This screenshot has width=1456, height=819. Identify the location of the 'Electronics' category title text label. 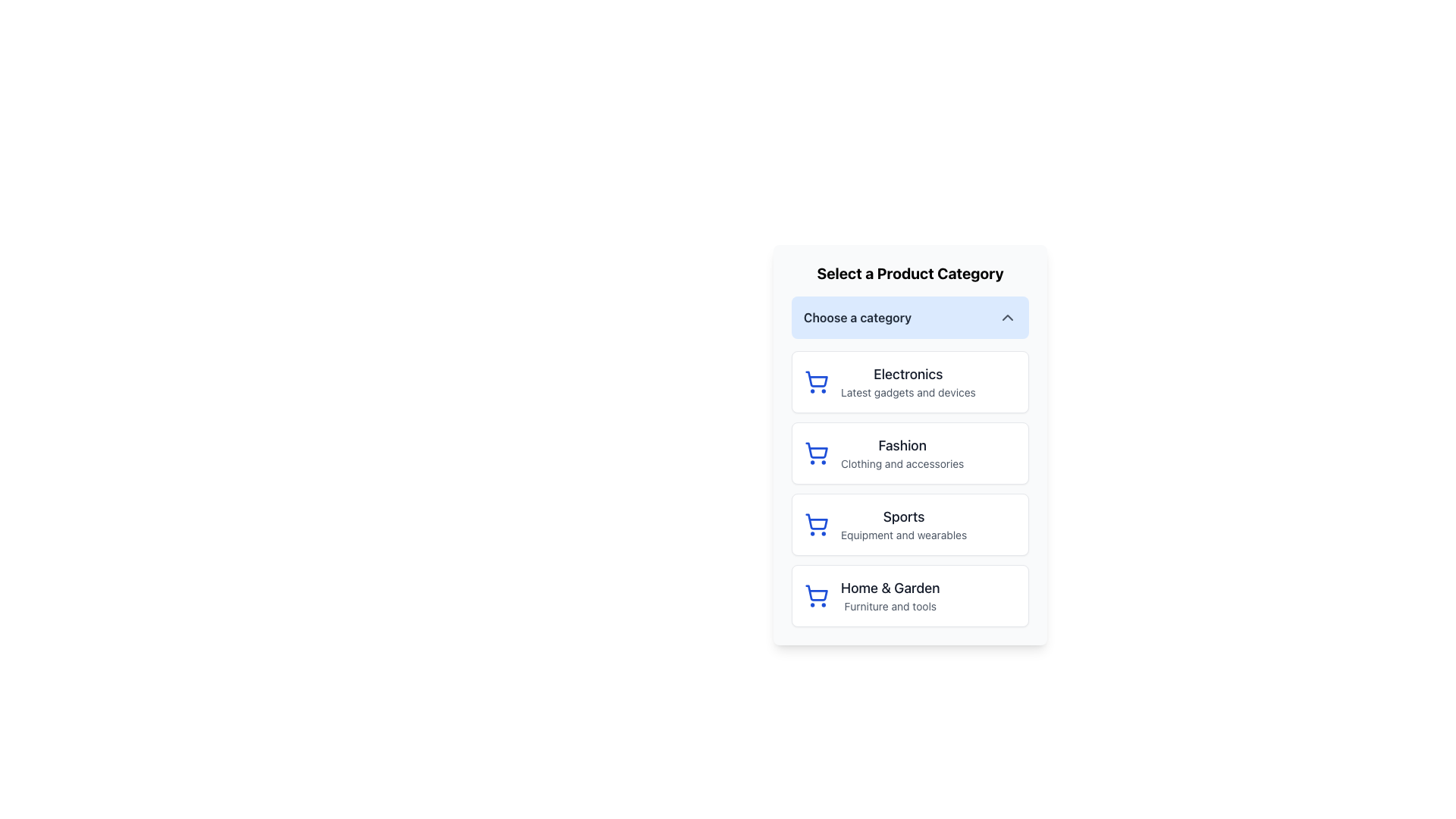
(908, 374).